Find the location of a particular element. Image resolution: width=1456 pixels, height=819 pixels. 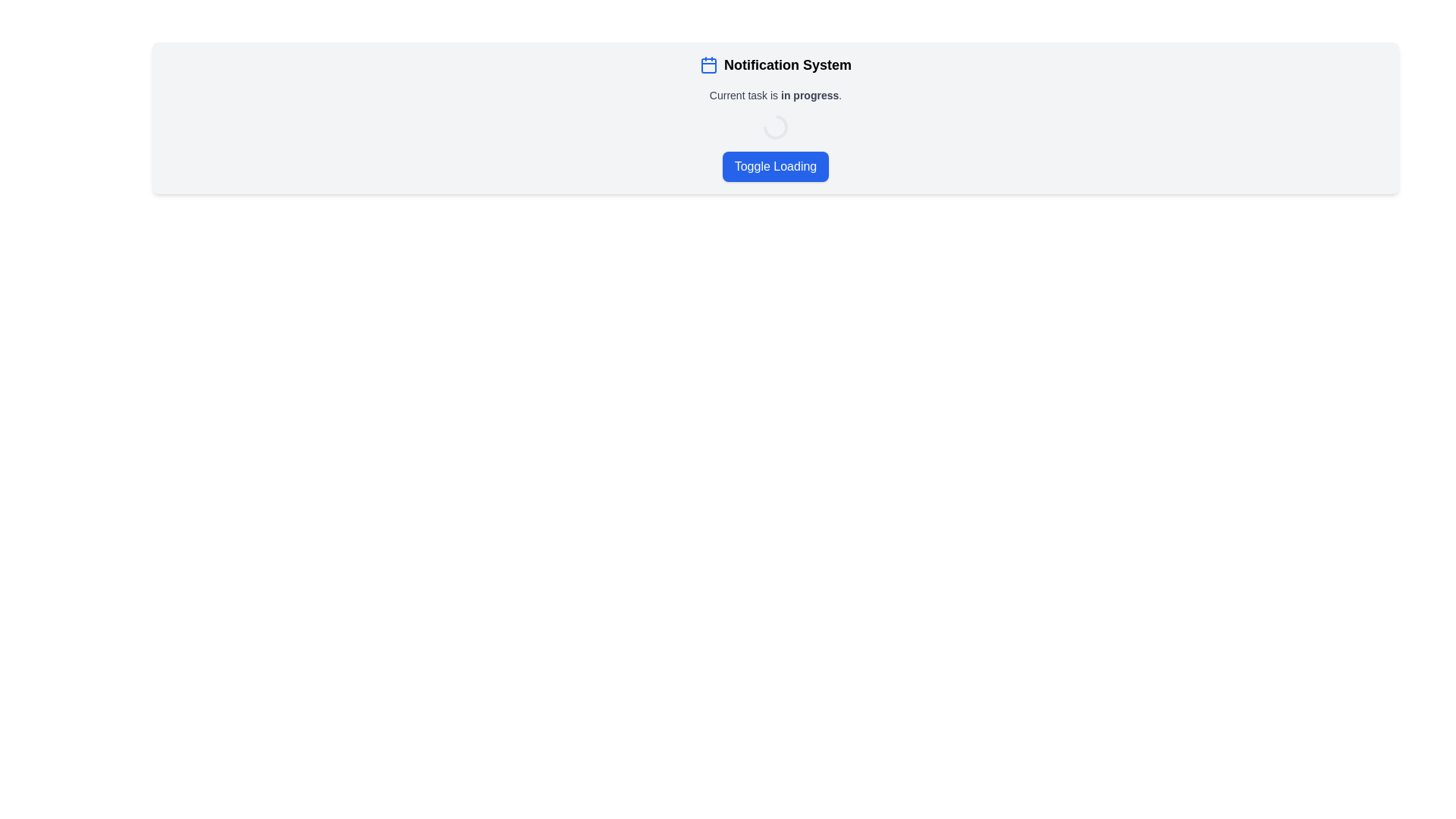

the blue calendar icon positioned to the left of the 'Notification System' text is located at coordinates (708, 64).